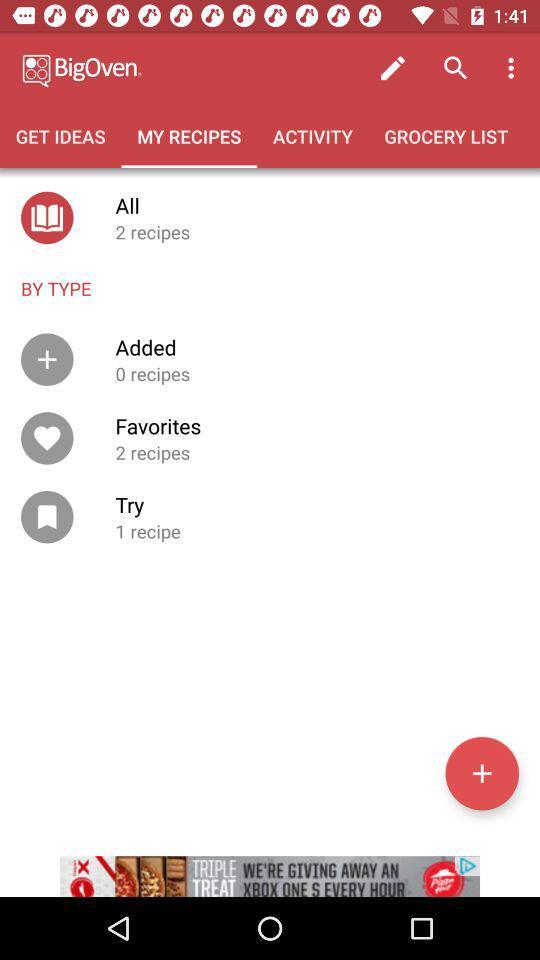 Image resolution: width=540 pixels, height=960 pixels. What do you see at coordinates (481, 772) in the screenshot?
I see `page` at bounding box center [481, 772].